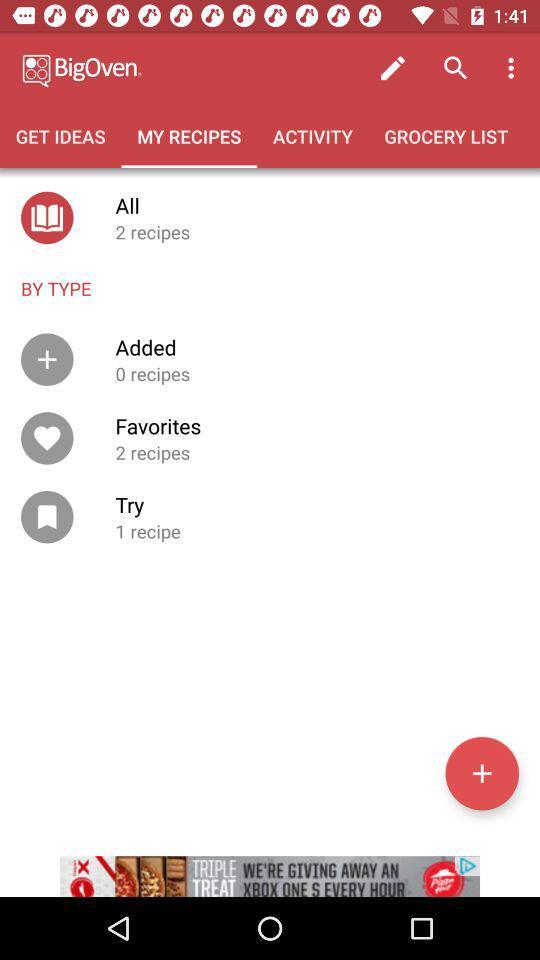 Image resolution: width=540 pixels, height=960 pixels. What do you see at coordinates (481, 772) in the screenshot?
I see `page` at bounding box center [481, 772].